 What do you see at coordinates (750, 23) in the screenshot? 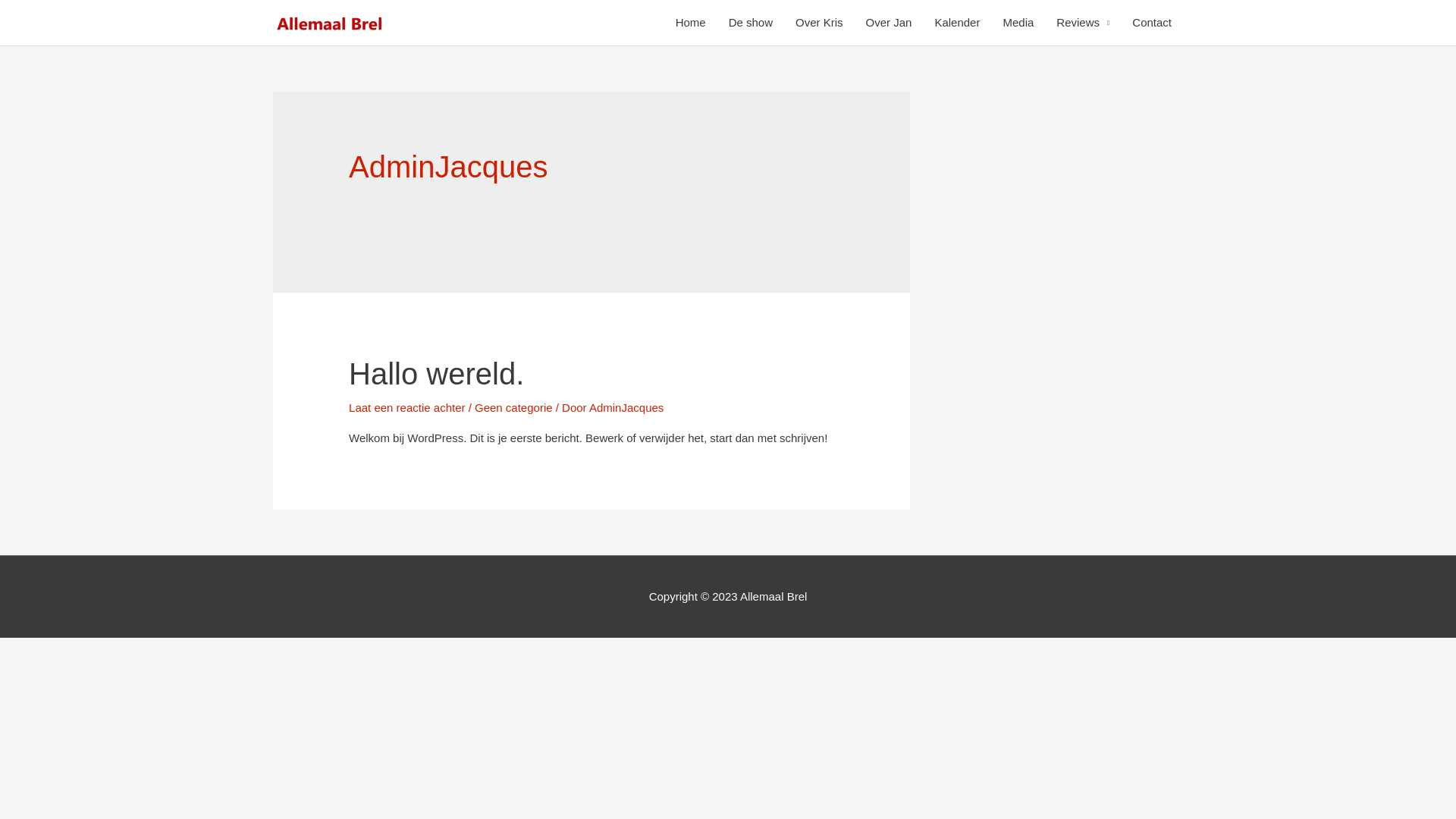
I see `'De show'` at bounding box center [750, 23].